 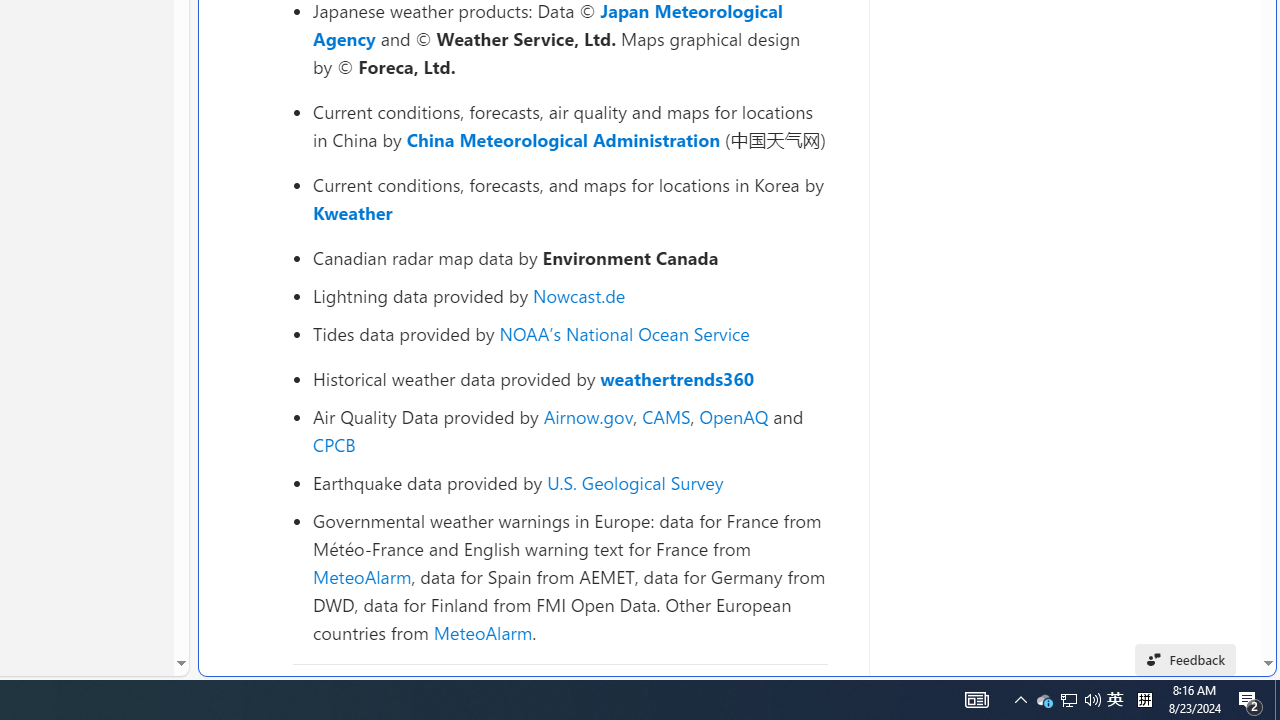 I want to click on 'weathertrends360', so click(x=677, y=379).